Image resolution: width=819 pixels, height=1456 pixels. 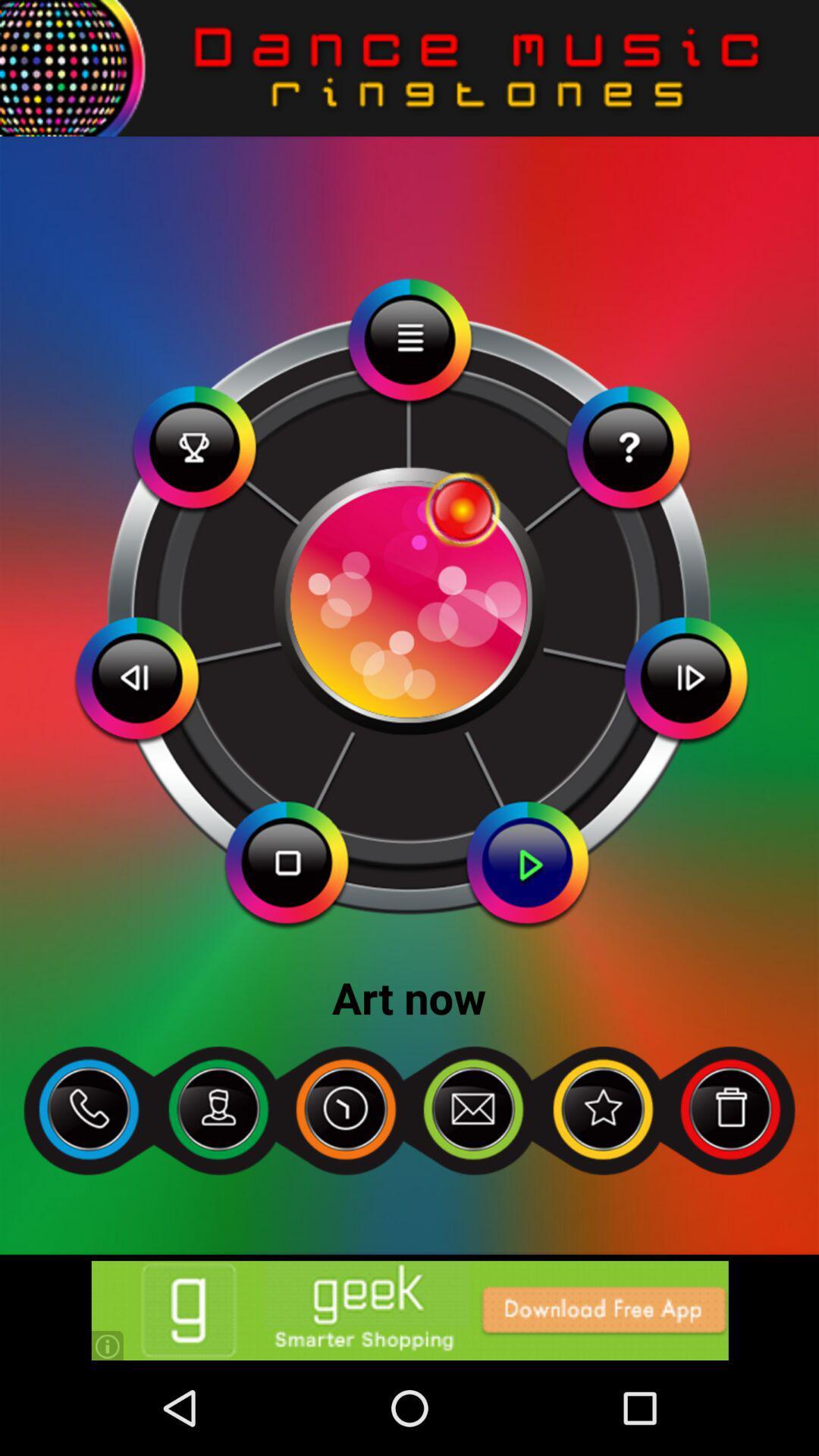 What do you see at coordinates (472, 1188) in the screenshot?
I see `the email icon` at bounding box center [472, 1188].